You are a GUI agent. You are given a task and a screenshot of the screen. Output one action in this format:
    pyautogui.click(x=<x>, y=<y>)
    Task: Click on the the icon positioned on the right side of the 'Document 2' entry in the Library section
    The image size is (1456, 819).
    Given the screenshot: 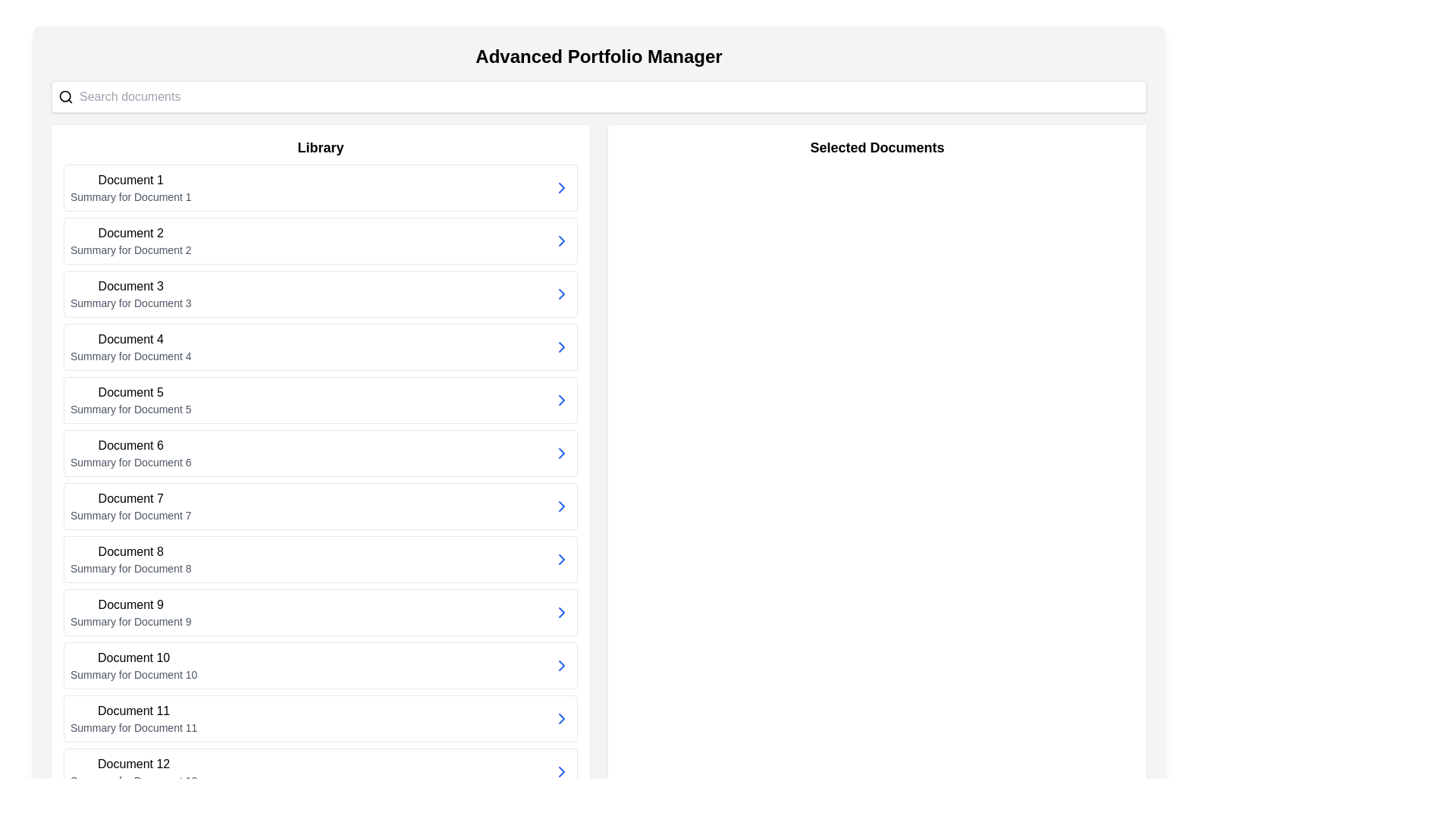 What is the action you would take?
    pyautogui.click(x=560, y=240)
    